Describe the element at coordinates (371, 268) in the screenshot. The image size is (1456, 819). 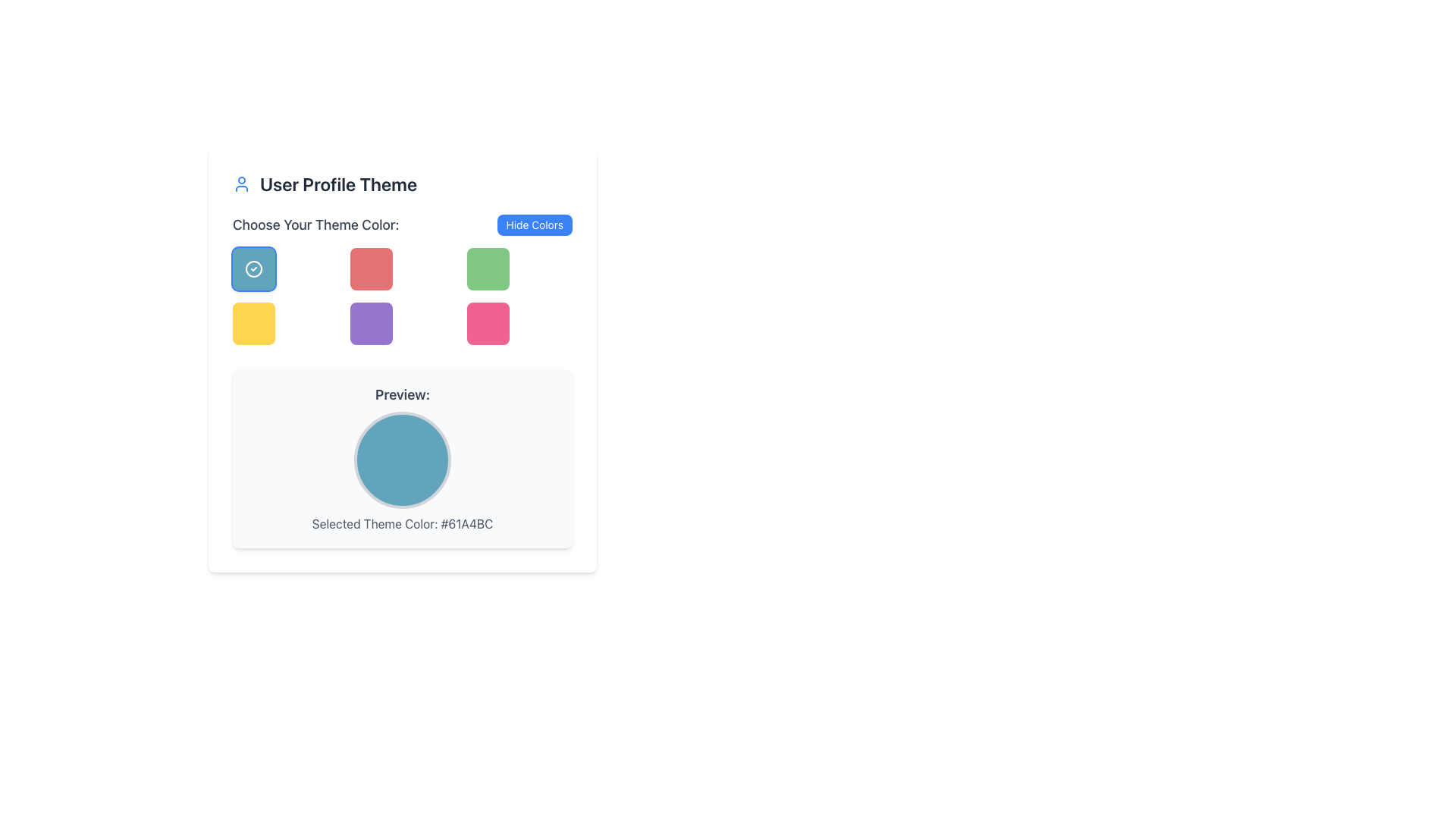
I see `the button located in the 'Choose Your Theme Color' grid, positioned in the second column, first row` at that location.